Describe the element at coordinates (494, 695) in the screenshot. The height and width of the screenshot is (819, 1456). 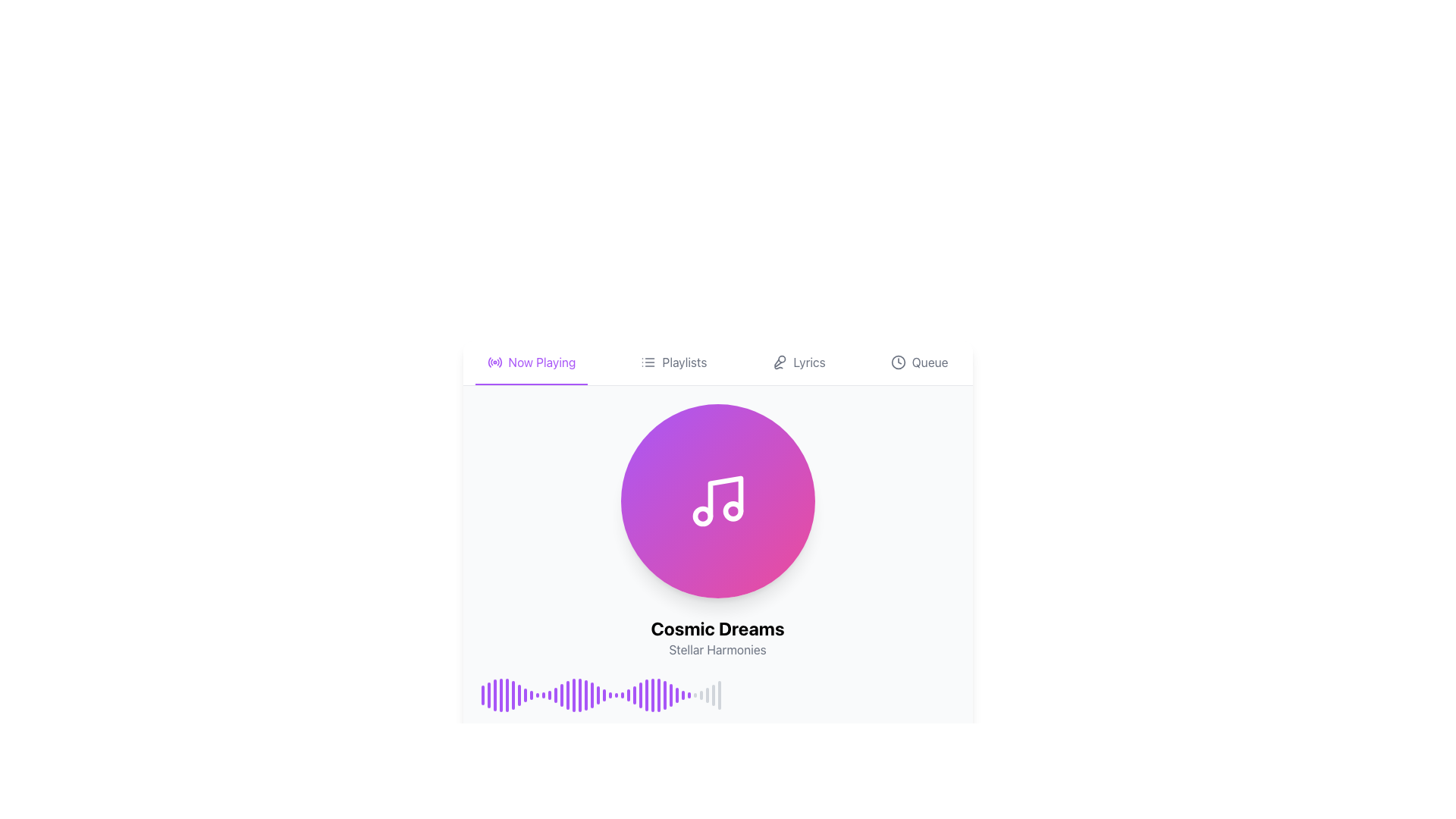
I see `the waveform segment, which is the third bar from the left in the audio waveform visualization` at that location.